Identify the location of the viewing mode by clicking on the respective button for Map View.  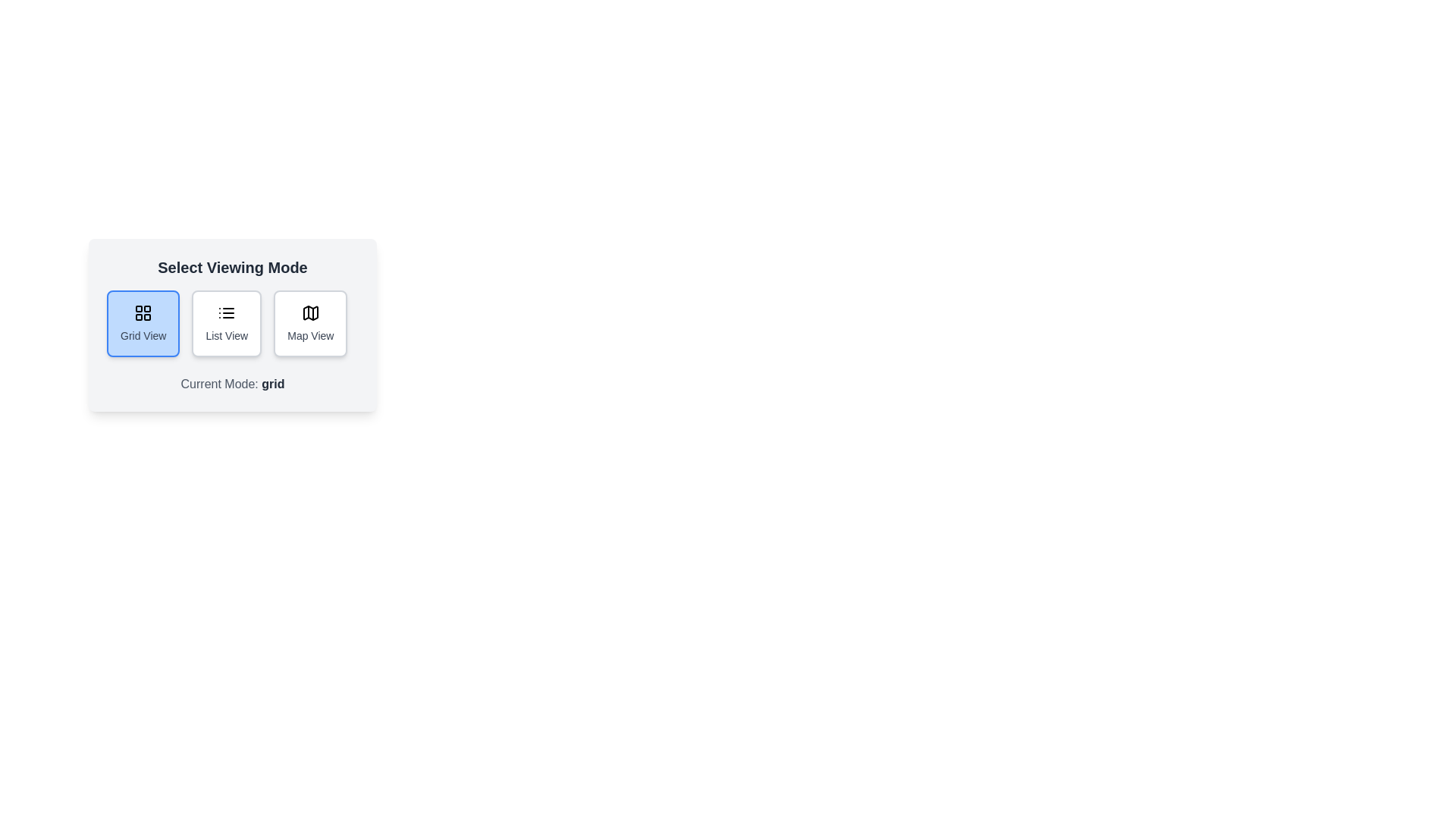
(309, 323).